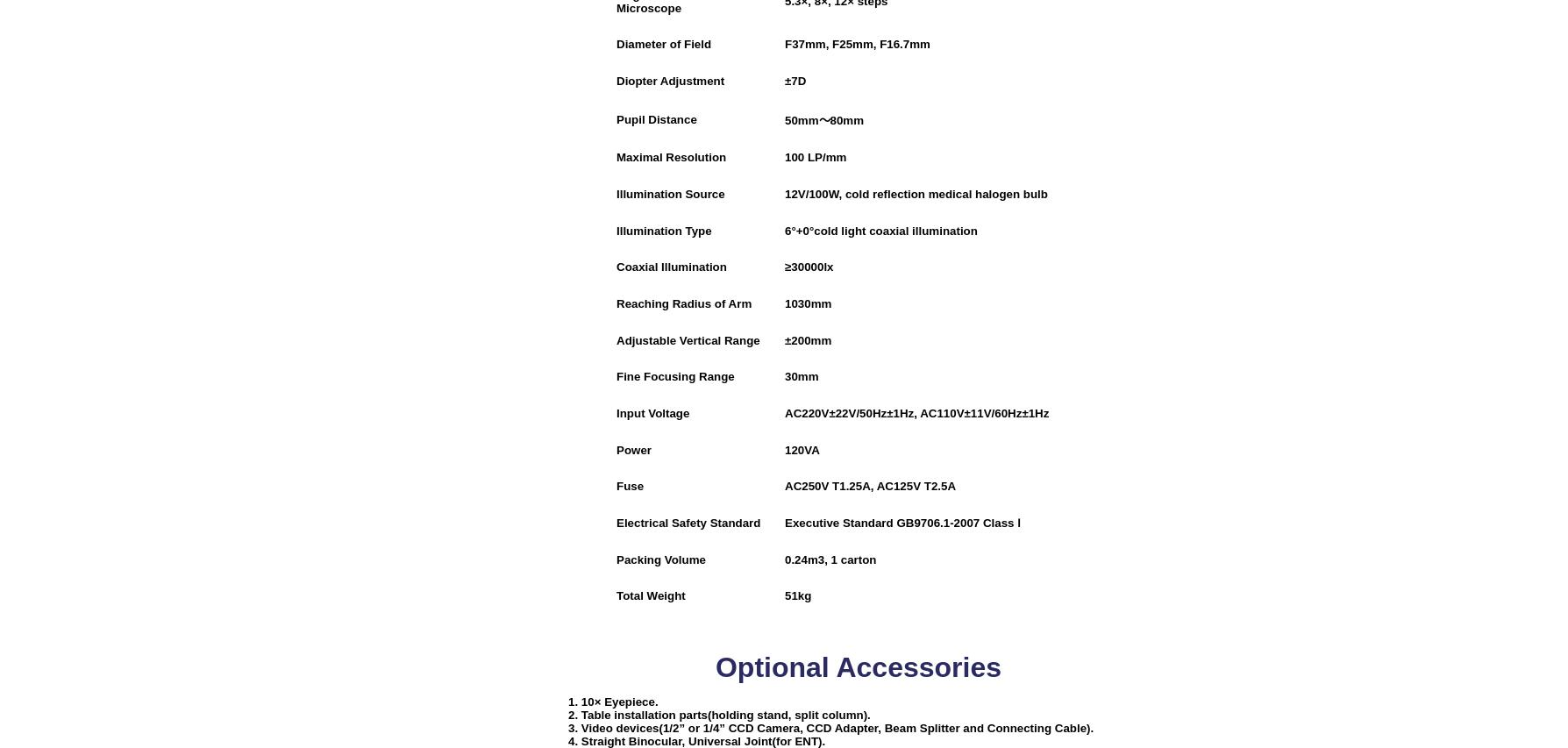  Describe the element at coordinates (659, 559) in the screenshot. I see `'Packing Volume'` at that location.